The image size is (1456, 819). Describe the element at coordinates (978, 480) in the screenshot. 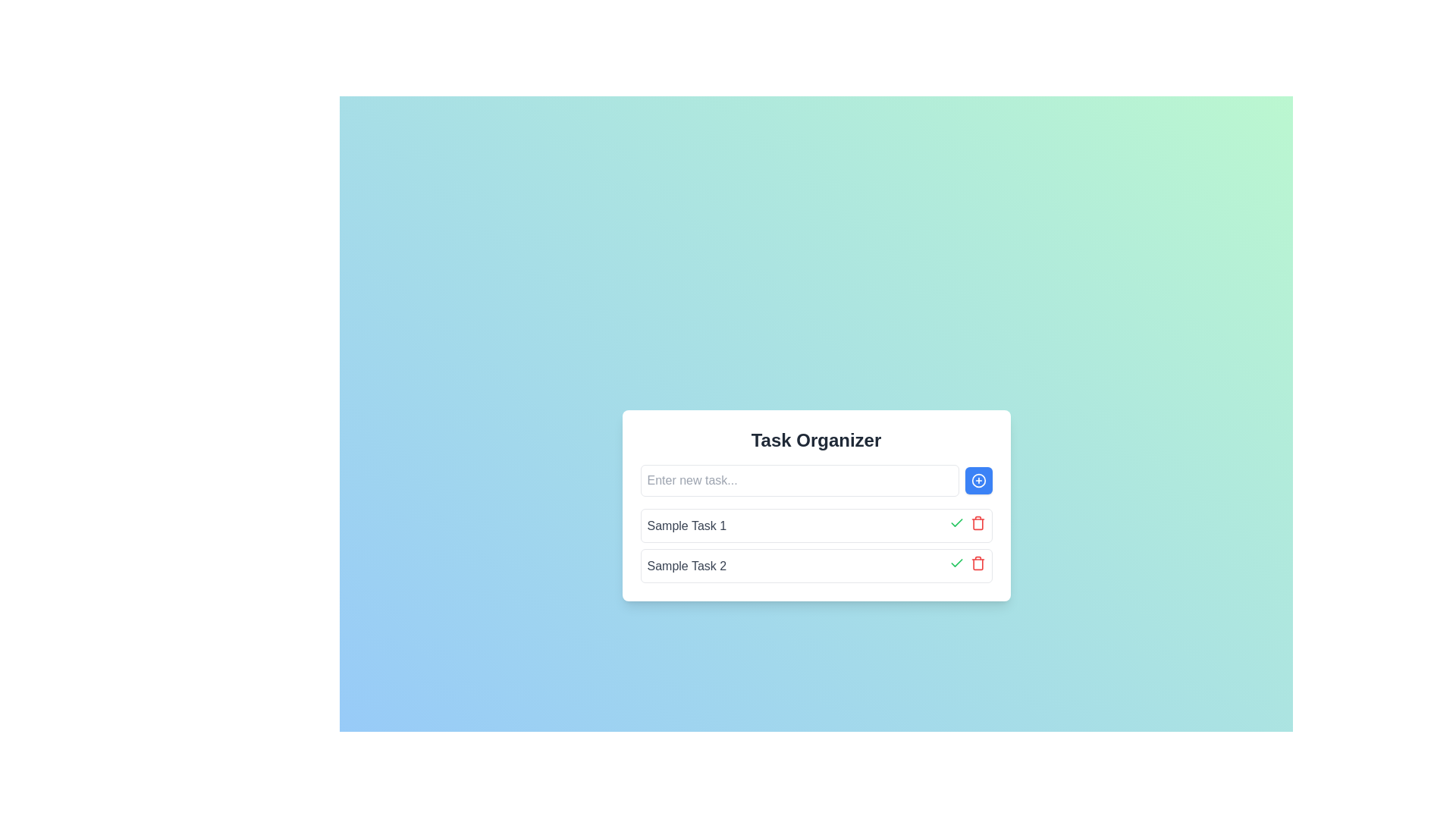

I see `the circular blue icon with a plus sign inside it, located at the right end of the text input box labeled 'Enter new task...'` at that location.